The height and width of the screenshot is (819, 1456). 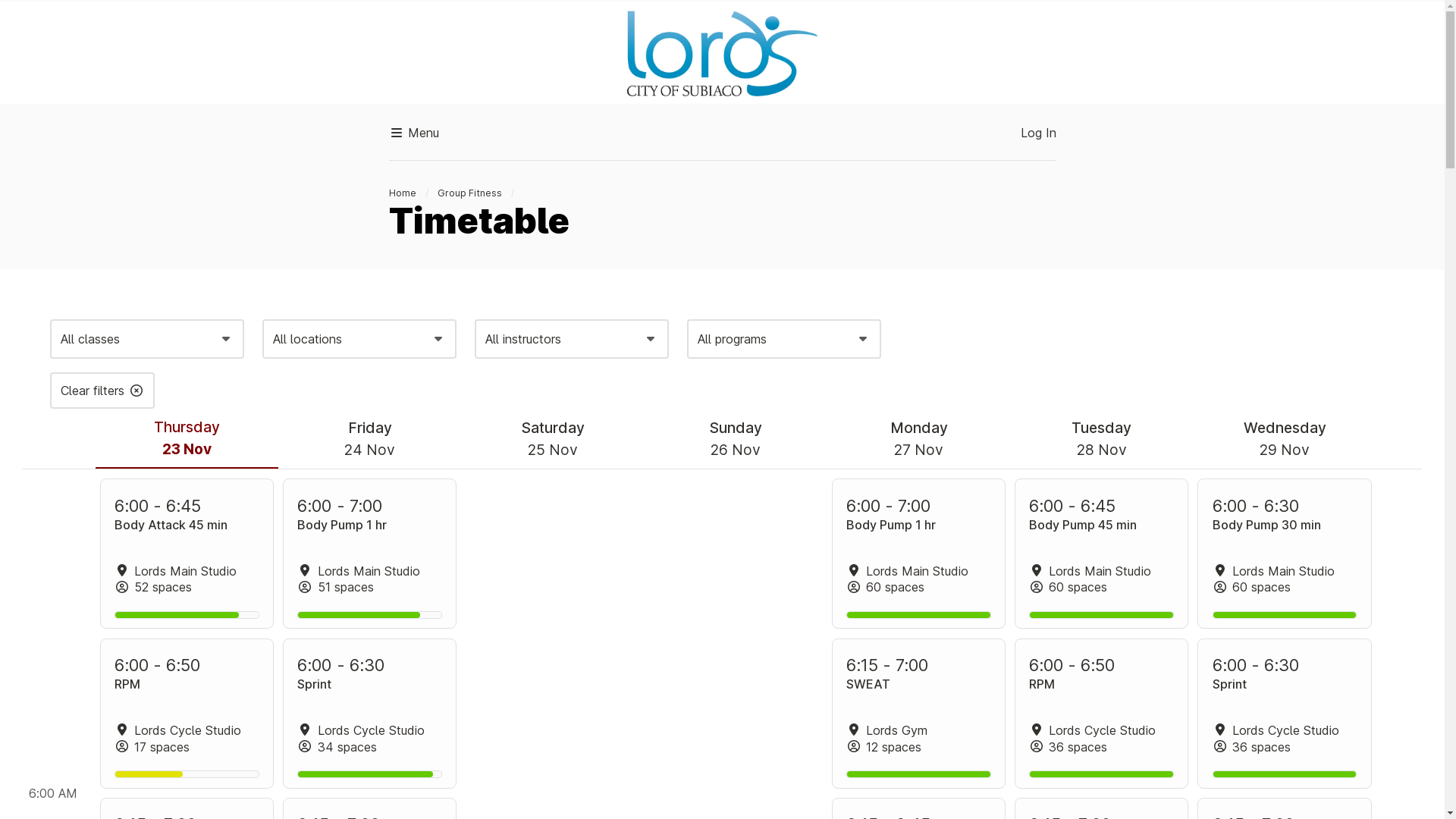 I want to click on 'Body Pump 1 hr, so click(x=918, y=553).